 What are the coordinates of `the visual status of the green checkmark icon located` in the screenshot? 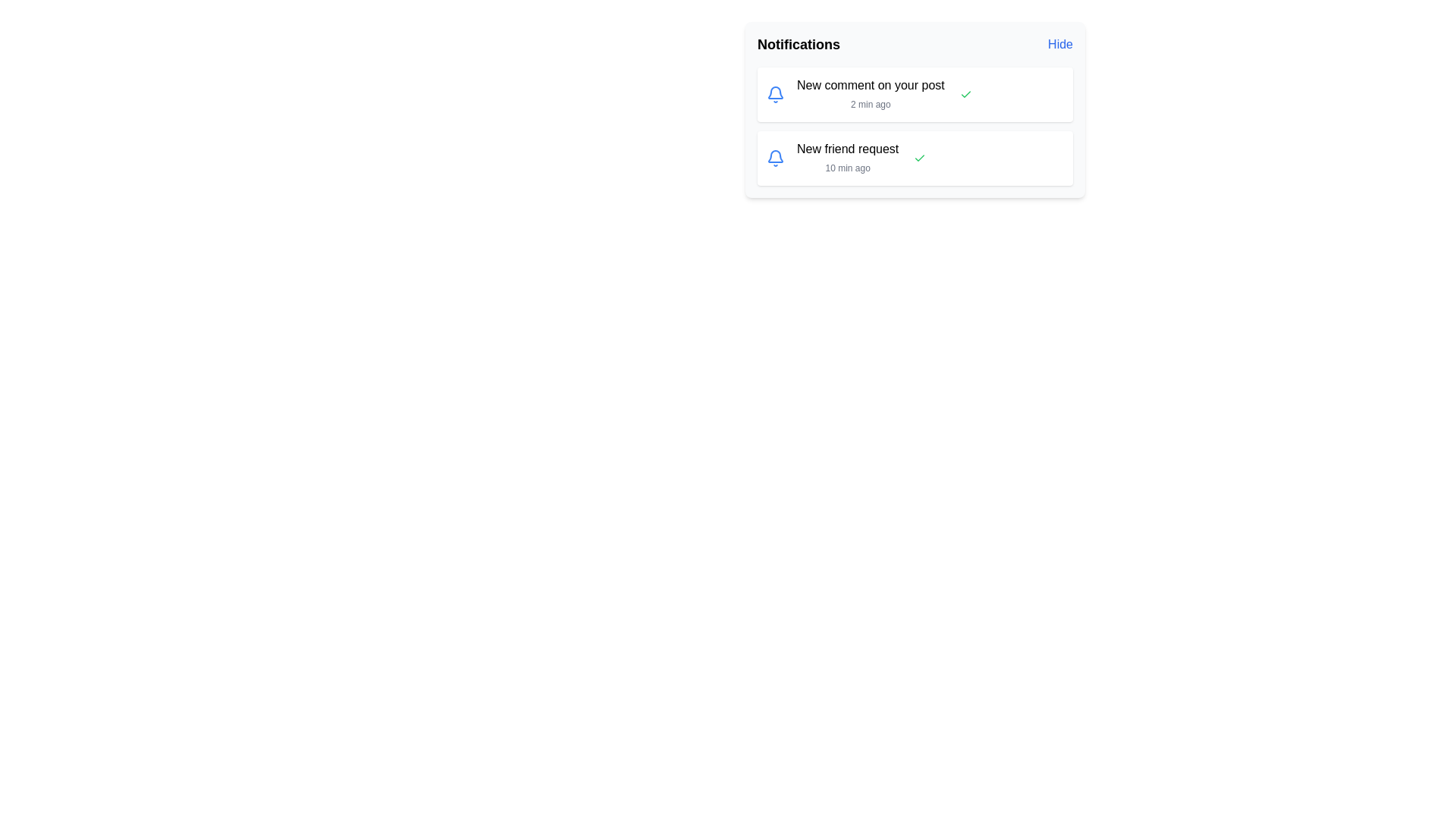 It's located at (965, 94).